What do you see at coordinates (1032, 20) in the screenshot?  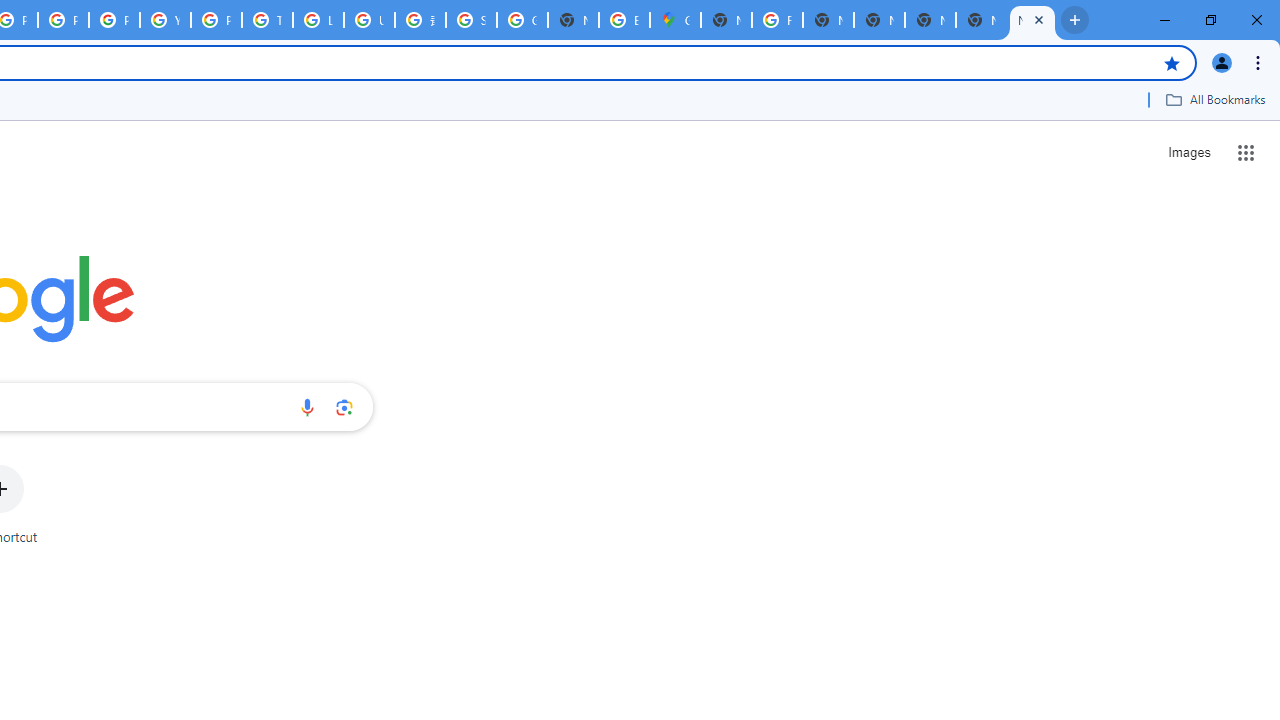 I see `'New Tab'` at bounding box center [1032, 20].